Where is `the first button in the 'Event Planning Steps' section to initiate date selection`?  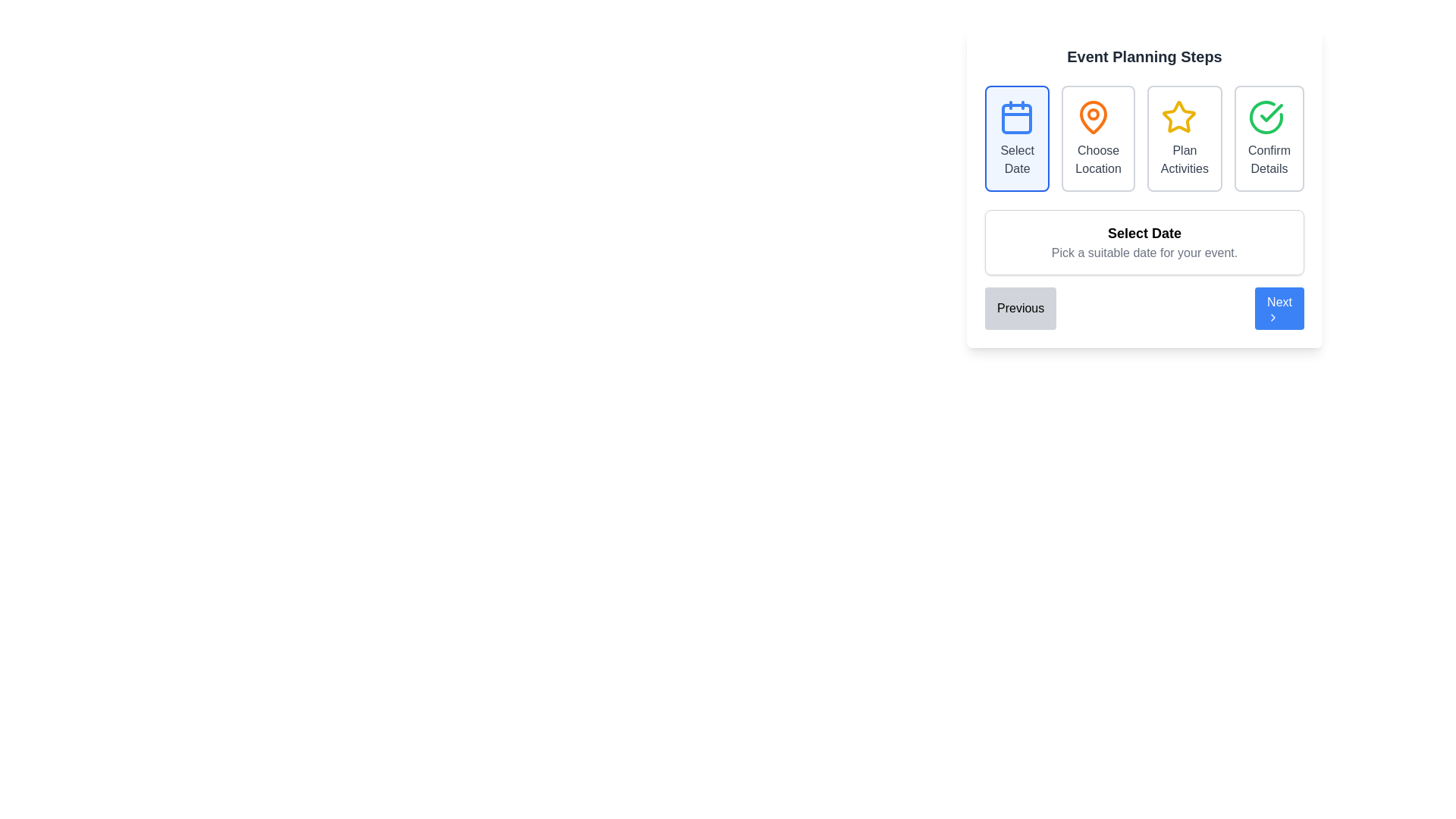
the first button in the 'Event Planning Steps' section to initiate date selection is located at coordinates (1017, 138).